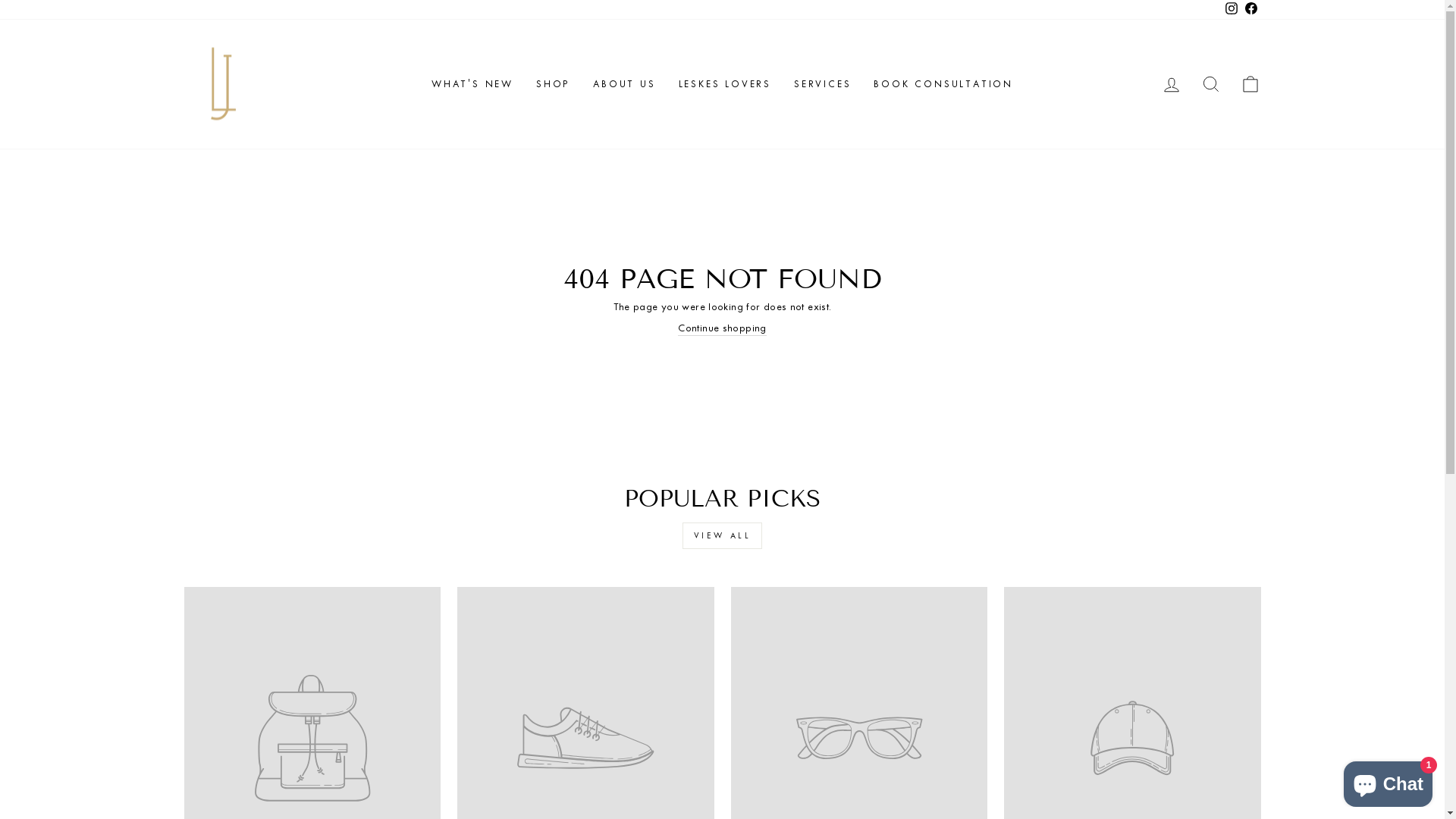 The image size is (1456, 819). Describe the element at coordinates (1250, 9) in the screenshot. I see `'Facebook'` at that location.